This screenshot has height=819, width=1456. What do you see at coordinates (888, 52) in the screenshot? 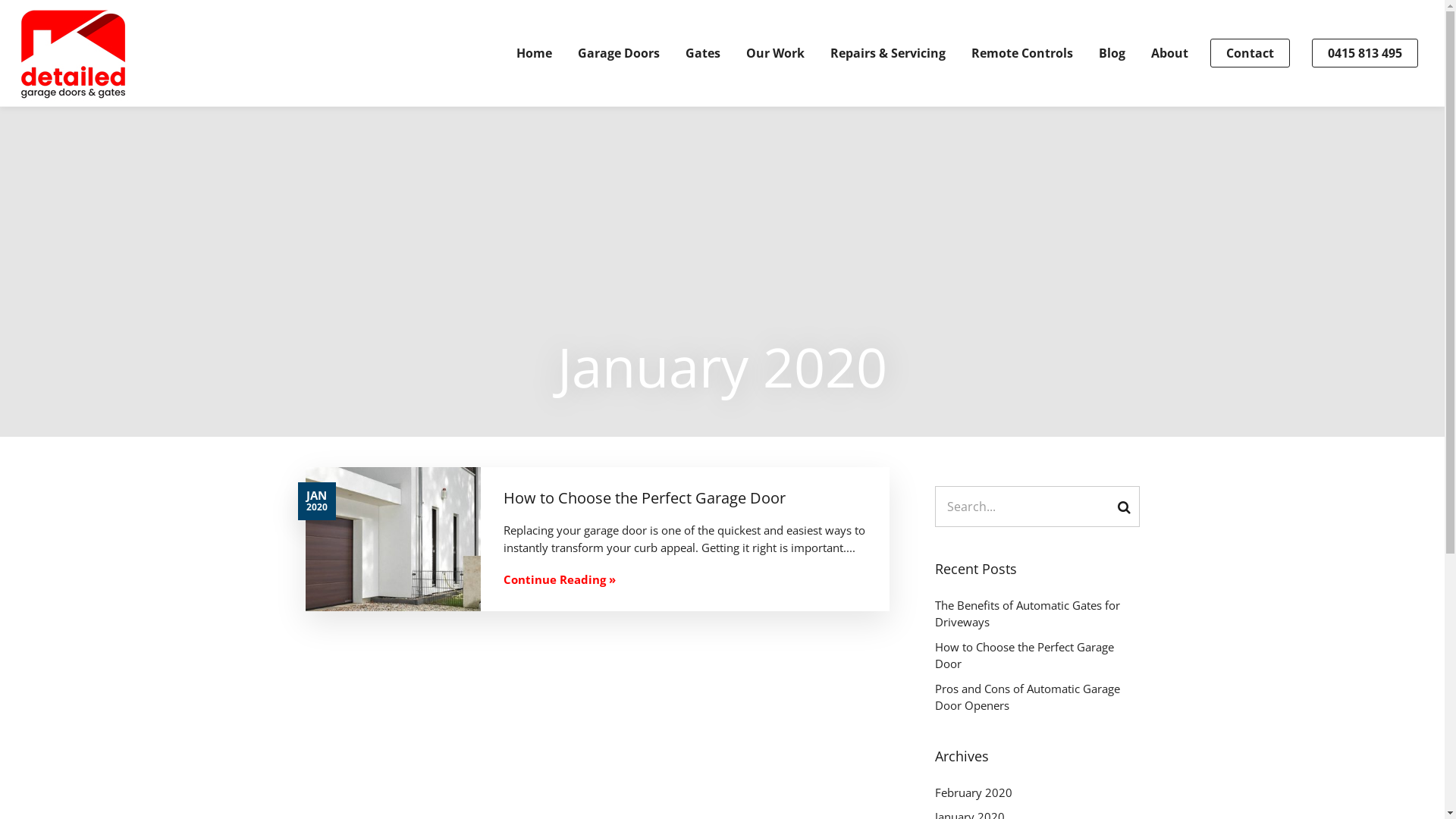
I see `'Repairs & Servicing'` at bounding box center [888, 52].